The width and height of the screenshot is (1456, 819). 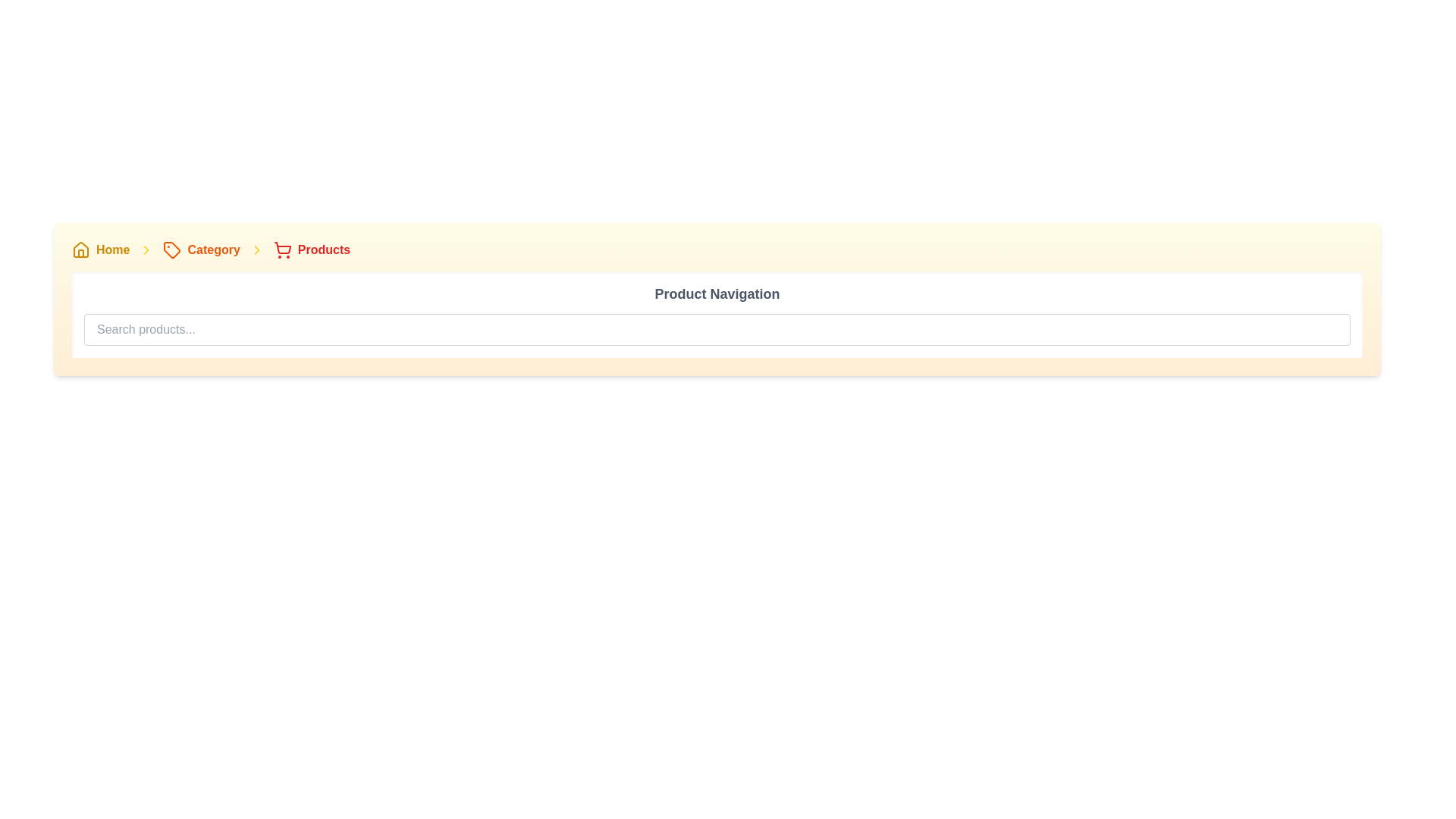 I want to click on the yellow chevron arrow icon in the breadcrumb navigation bar that follows the 'Home' text, serving as a navigation cue, so click(x=146, y=249).